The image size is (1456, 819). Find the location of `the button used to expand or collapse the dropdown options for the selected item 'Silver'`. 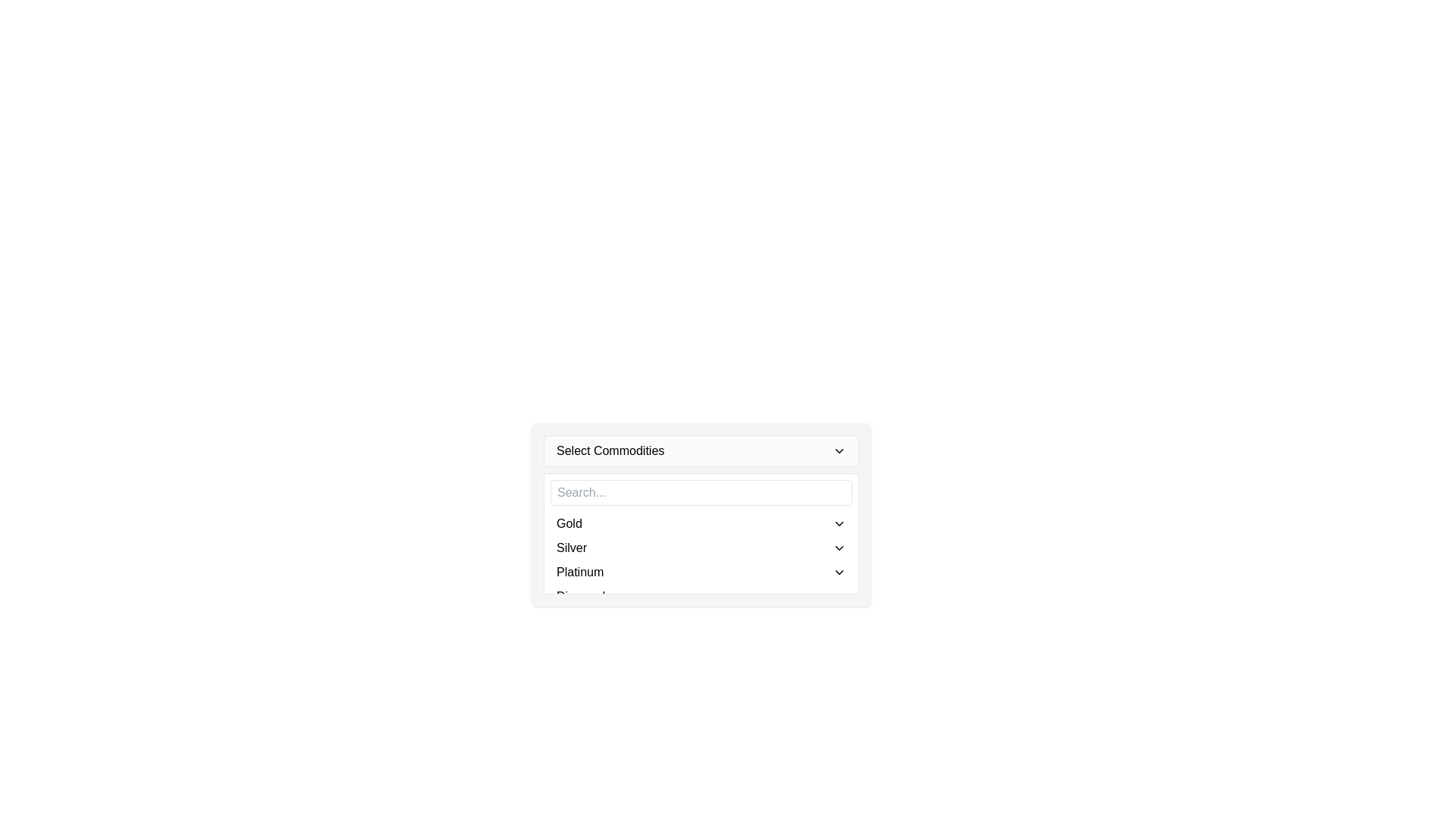

the button used to expand or collapse the dropdown options for the selected item 'Silver' is located at coordinates (839, 548).